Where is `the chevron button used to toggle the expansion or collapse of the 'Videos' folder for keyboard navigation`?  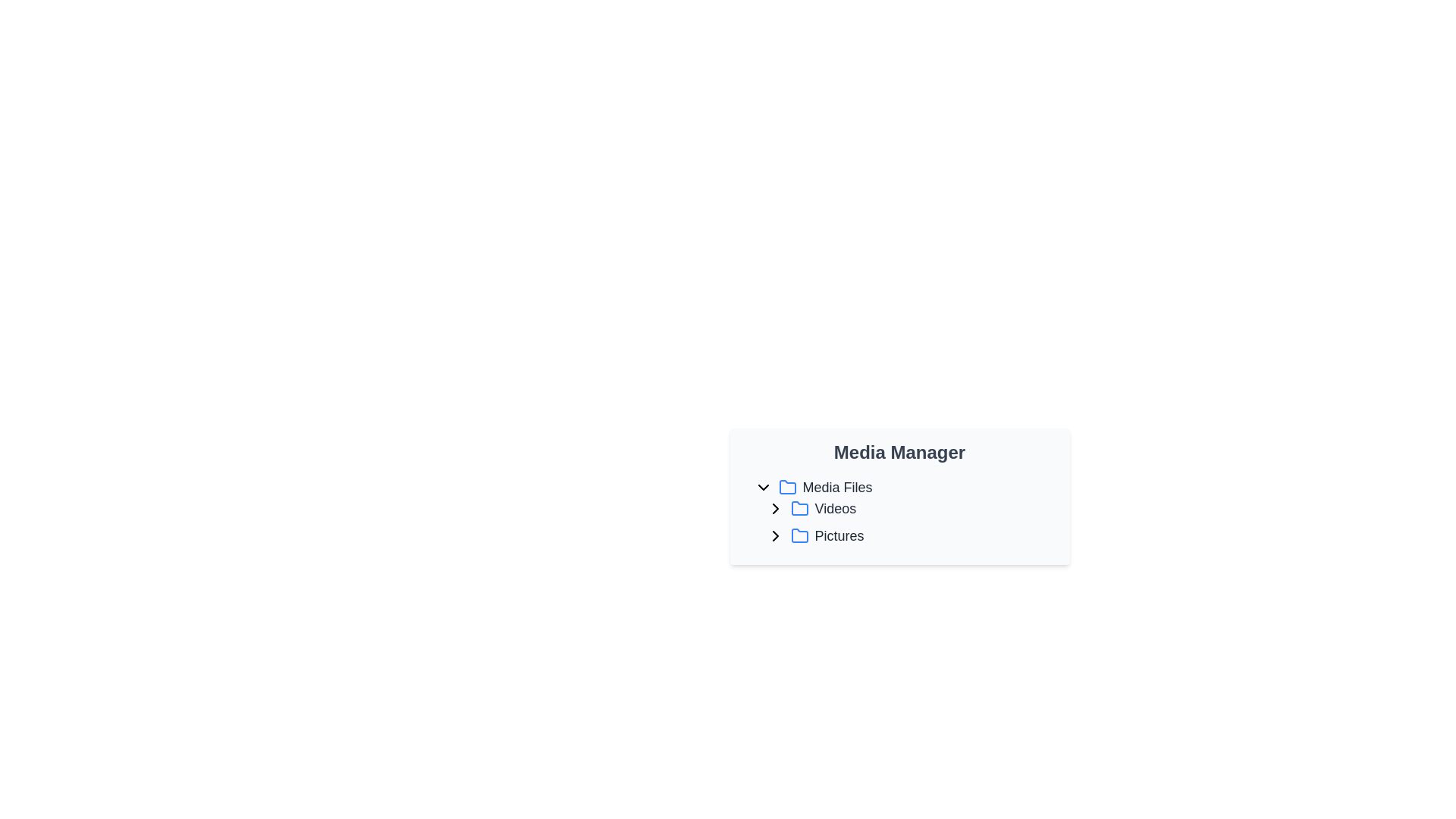
the chevron button used to toggle the expansion or collapse of the 'Videos' folder for keyboard navigation is located at coordinates (775, 509).